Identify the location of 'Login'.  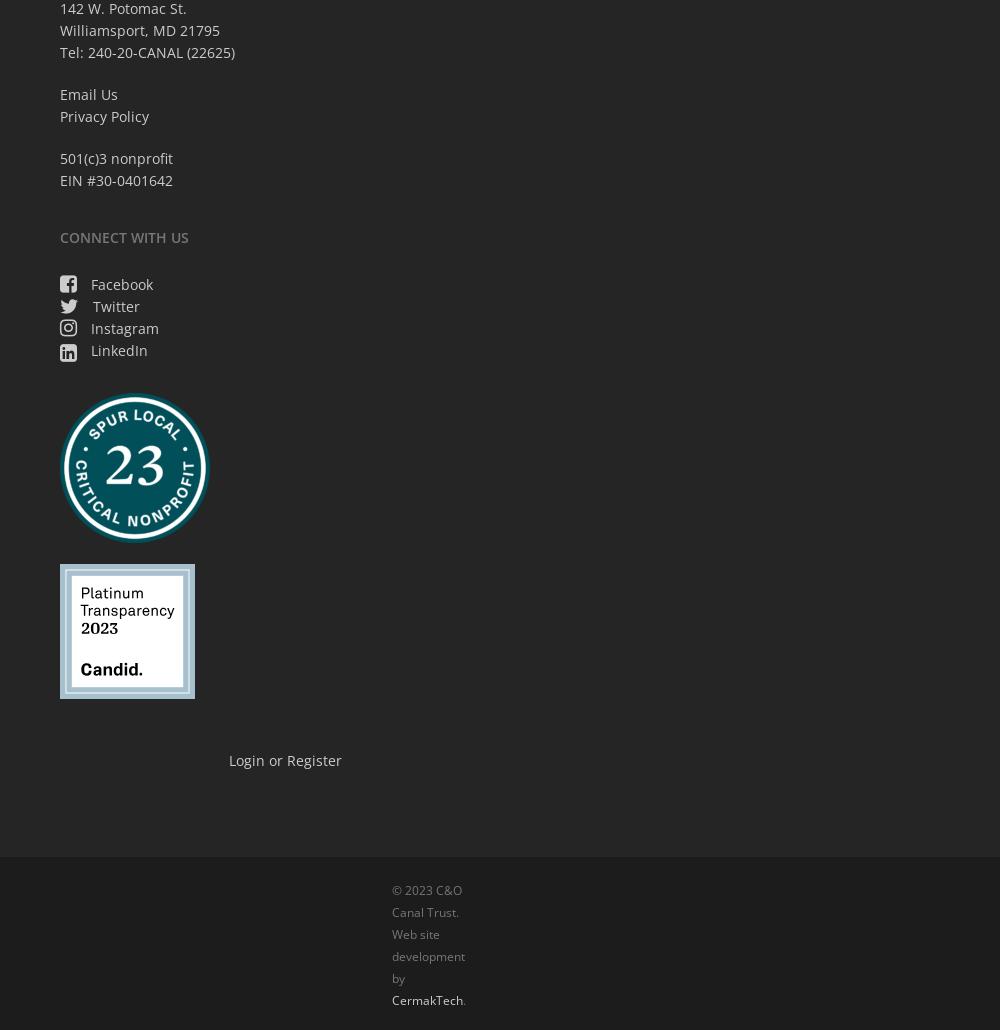
(227, 759).